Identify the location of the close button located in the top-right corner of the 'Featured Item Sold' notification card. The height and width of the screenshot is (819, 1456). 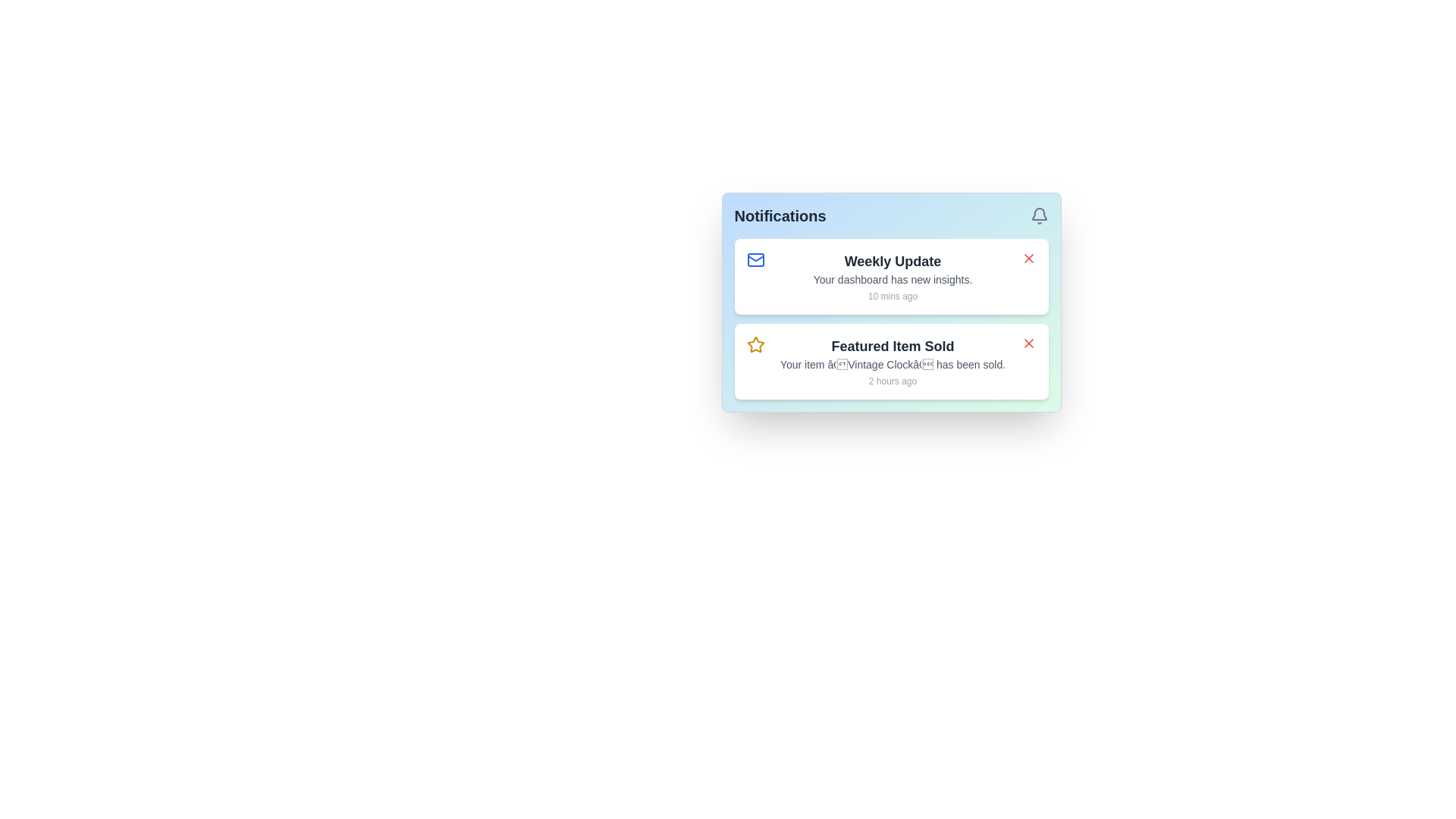
(1028, 343).